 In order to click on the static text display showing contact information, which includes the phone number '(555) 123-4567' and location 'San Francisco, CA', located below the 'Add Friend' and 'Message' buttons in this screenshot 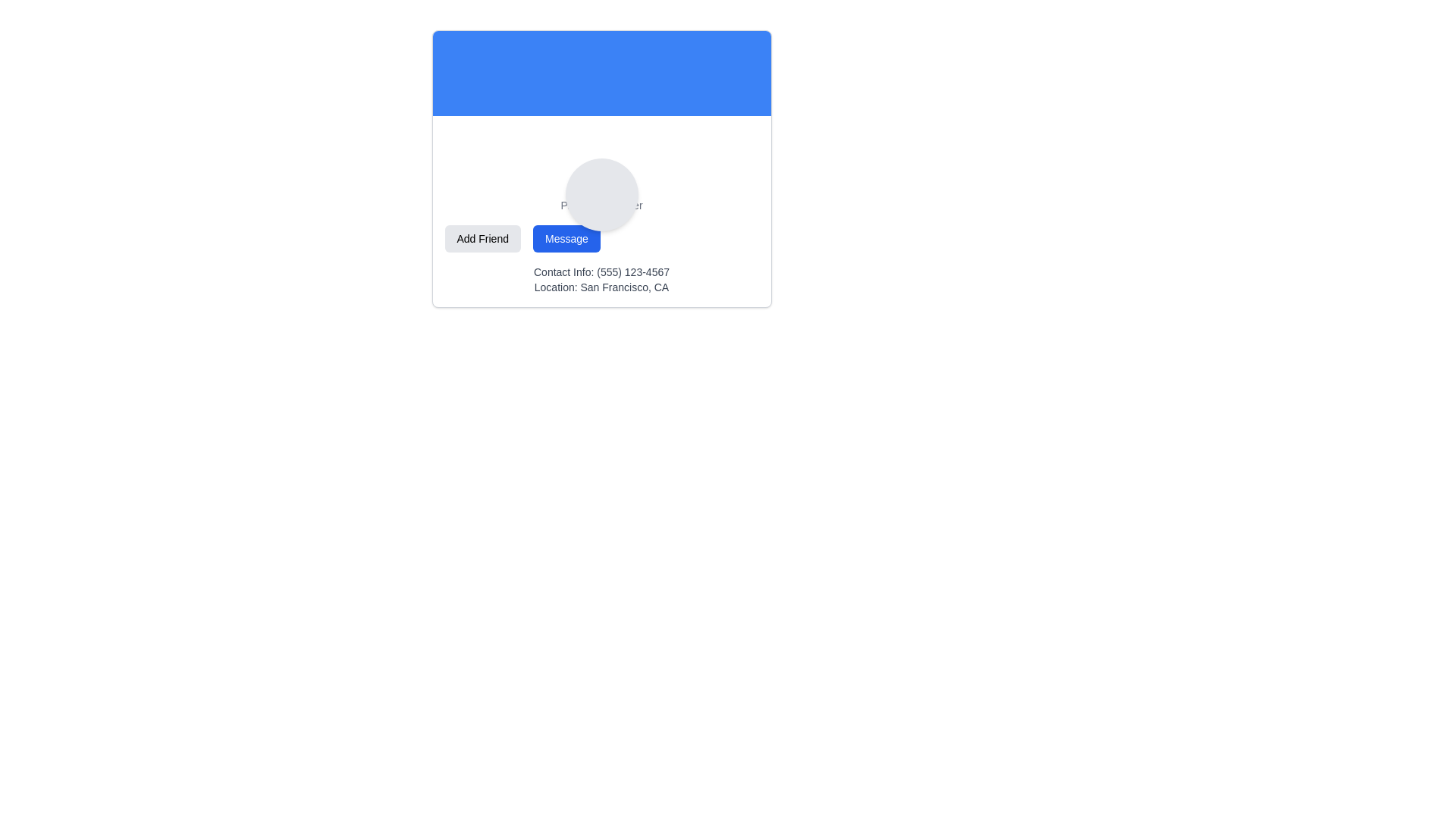, I will do `click(601, 286)`.